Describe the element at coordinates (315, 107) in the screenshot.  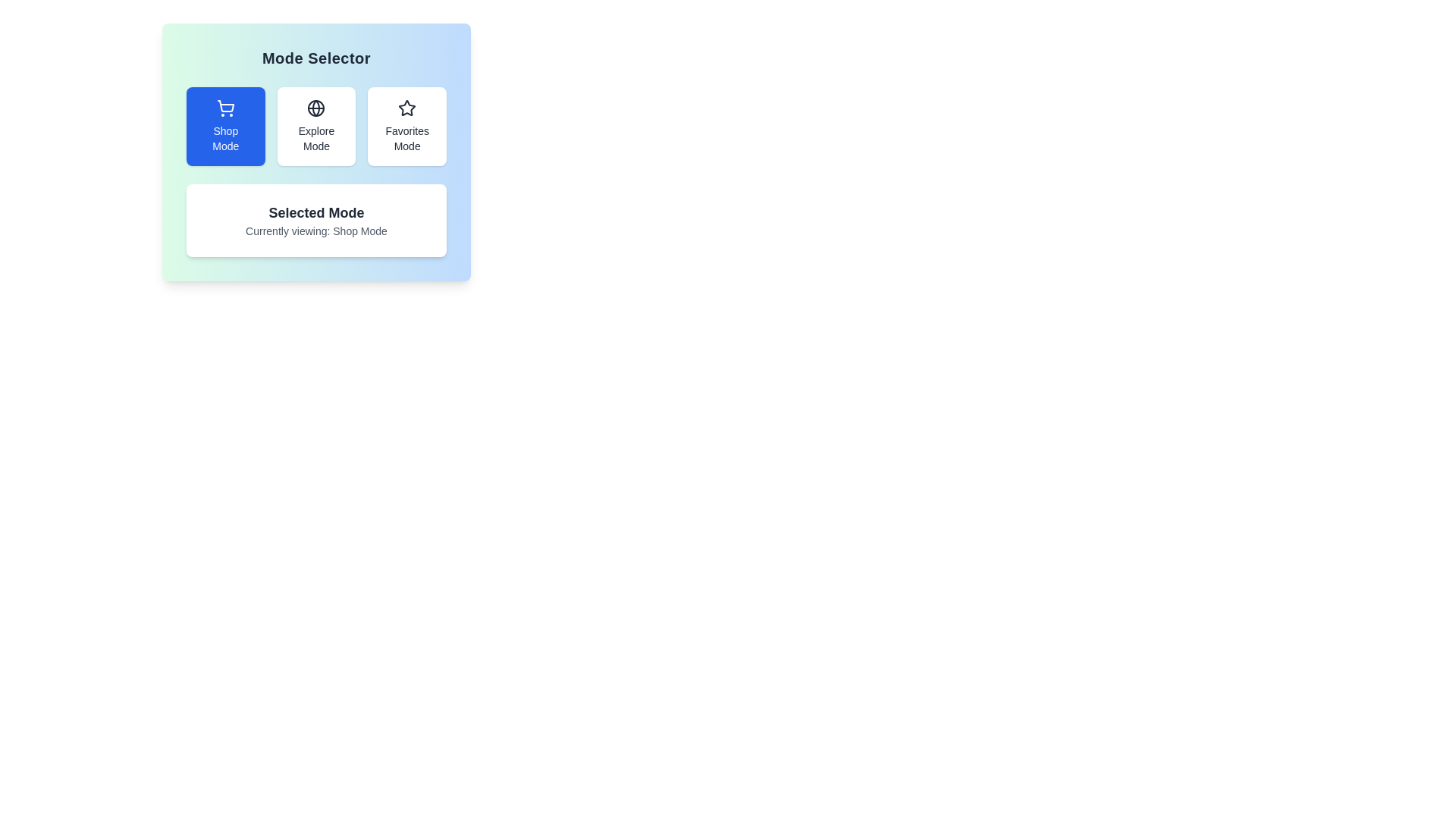
I see `the globe icon, which is represented by a circular SVG element located at the center of a mode selection row` at that location.